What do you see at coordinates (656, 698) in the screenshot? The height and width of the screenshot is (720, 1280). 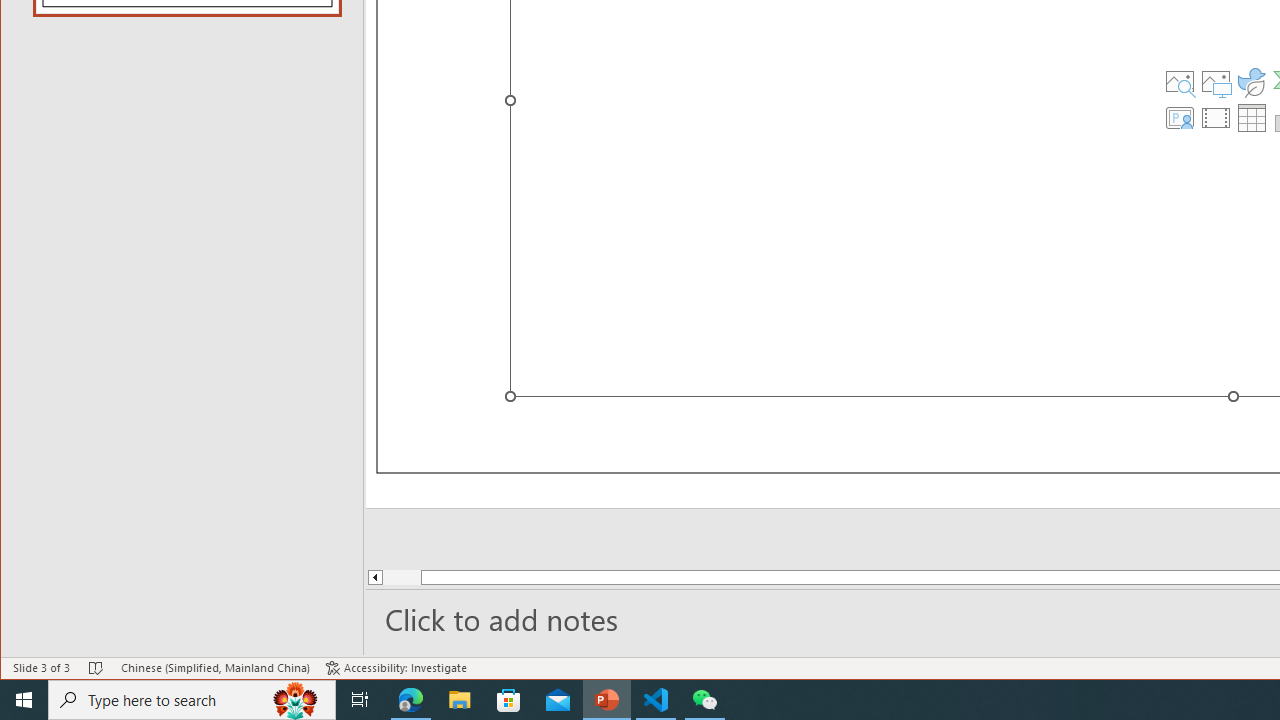 I see `'Visual Studio Code - 1 running window'` at bounding box center [656, 698].